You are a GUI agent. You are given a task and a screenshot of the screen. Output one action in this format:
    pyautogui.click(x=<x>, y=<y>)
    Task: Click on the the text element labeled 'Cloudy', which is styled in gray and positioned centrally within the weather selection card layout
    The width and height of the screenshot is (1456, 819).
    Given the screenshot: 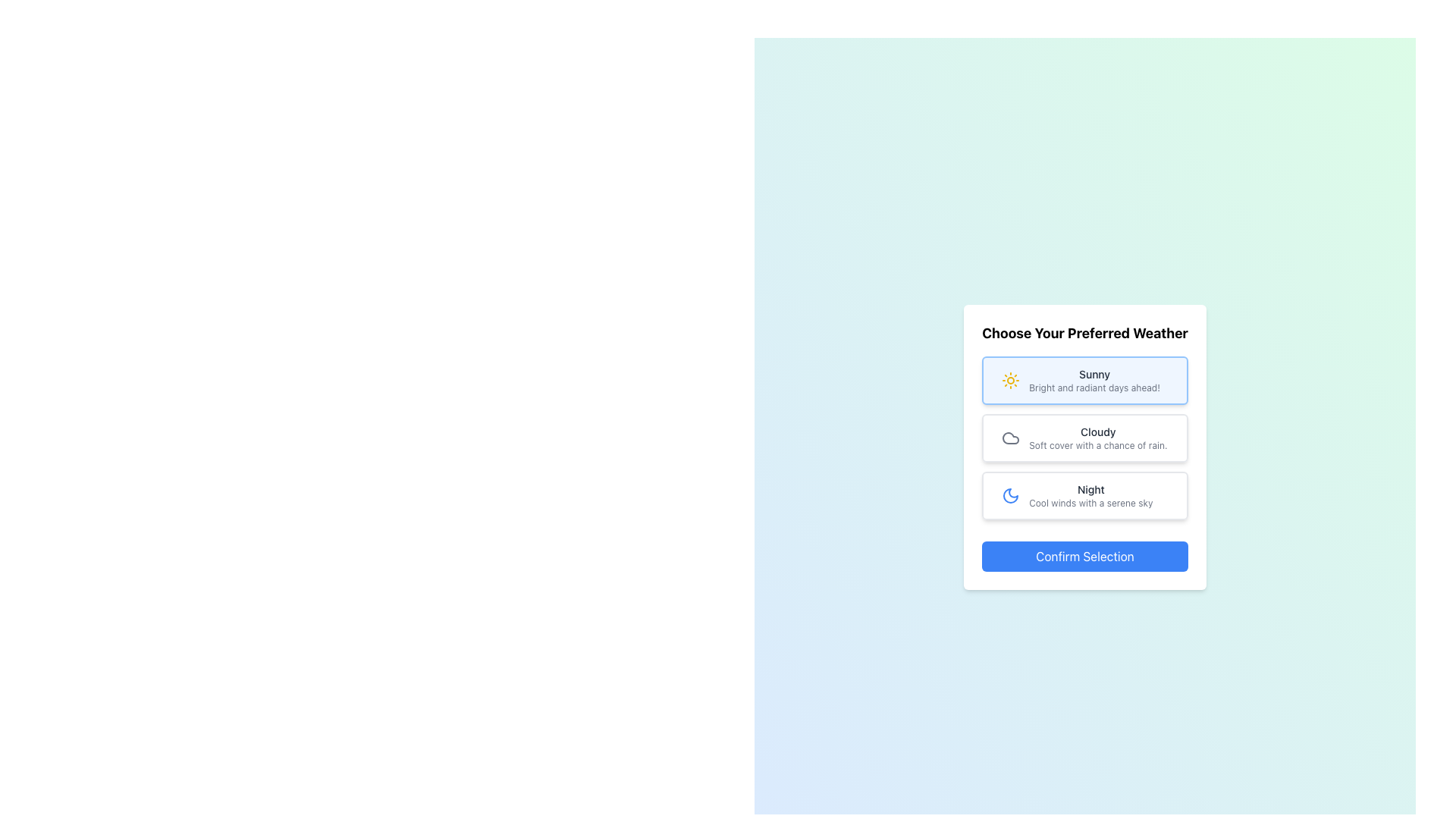 What is the action you would take?
    pyautogui.click(x=1098, y=432)
    